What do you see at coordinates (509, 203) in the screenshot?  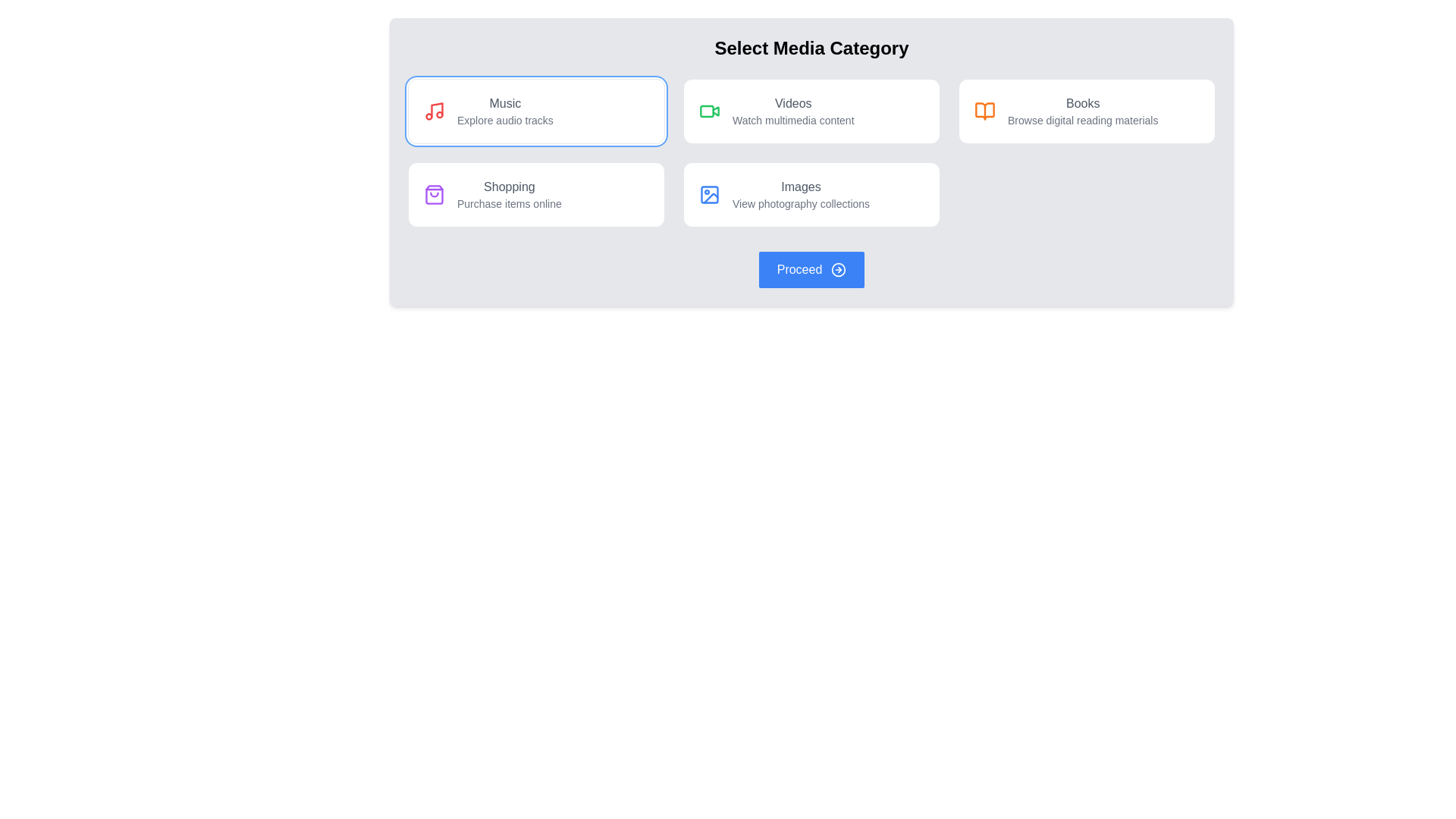 I see `the Text label that provides a descriptive subtitle for the 'Shopping' category, located directly below the heading 'Shopping' within a white card` at bounding box center [509, 203].